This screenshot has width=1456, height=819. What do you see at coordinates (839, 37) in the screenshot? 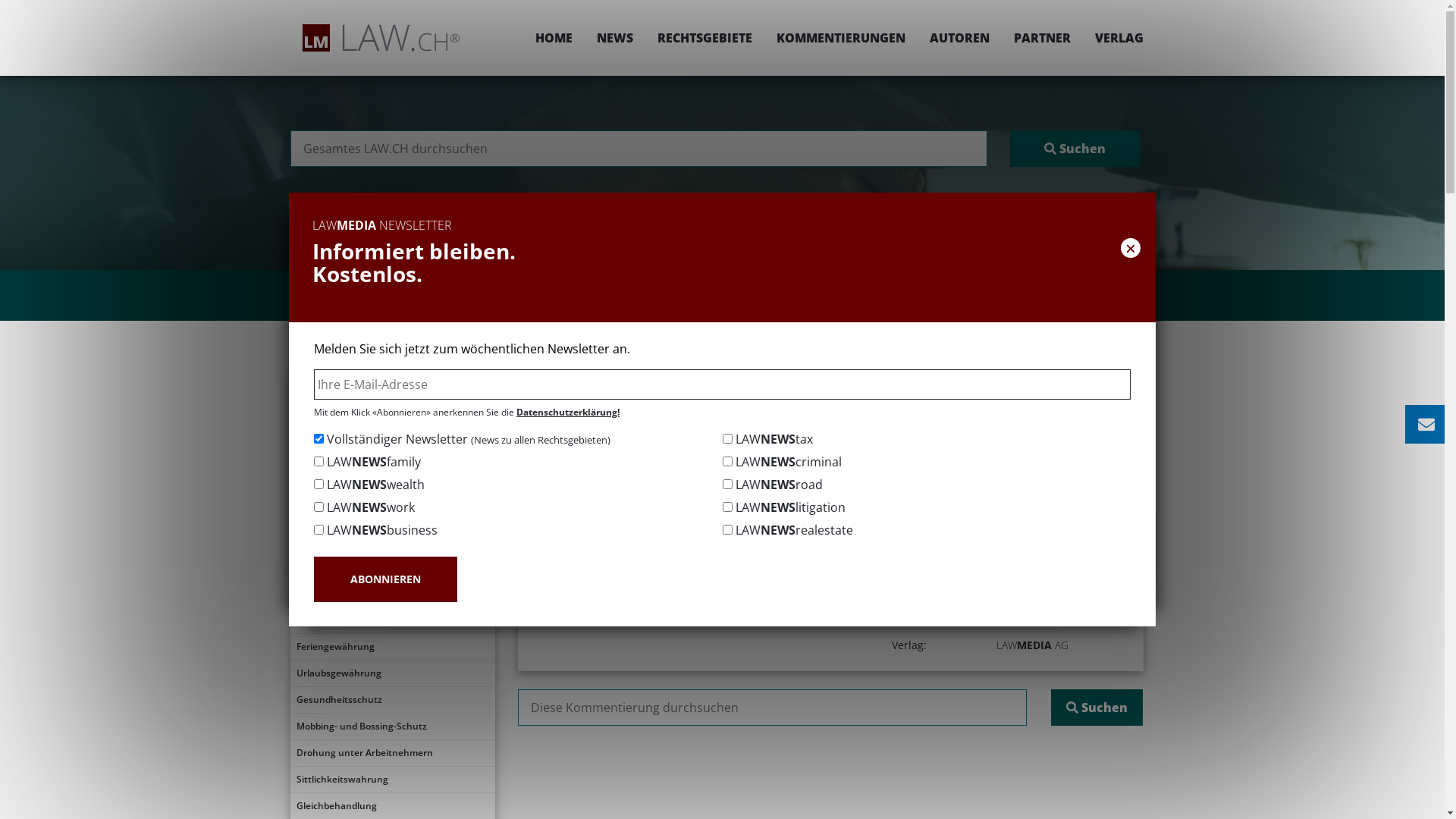
I see `'KOMMENTIERUNGEN'` at bounding box center [839, 37].